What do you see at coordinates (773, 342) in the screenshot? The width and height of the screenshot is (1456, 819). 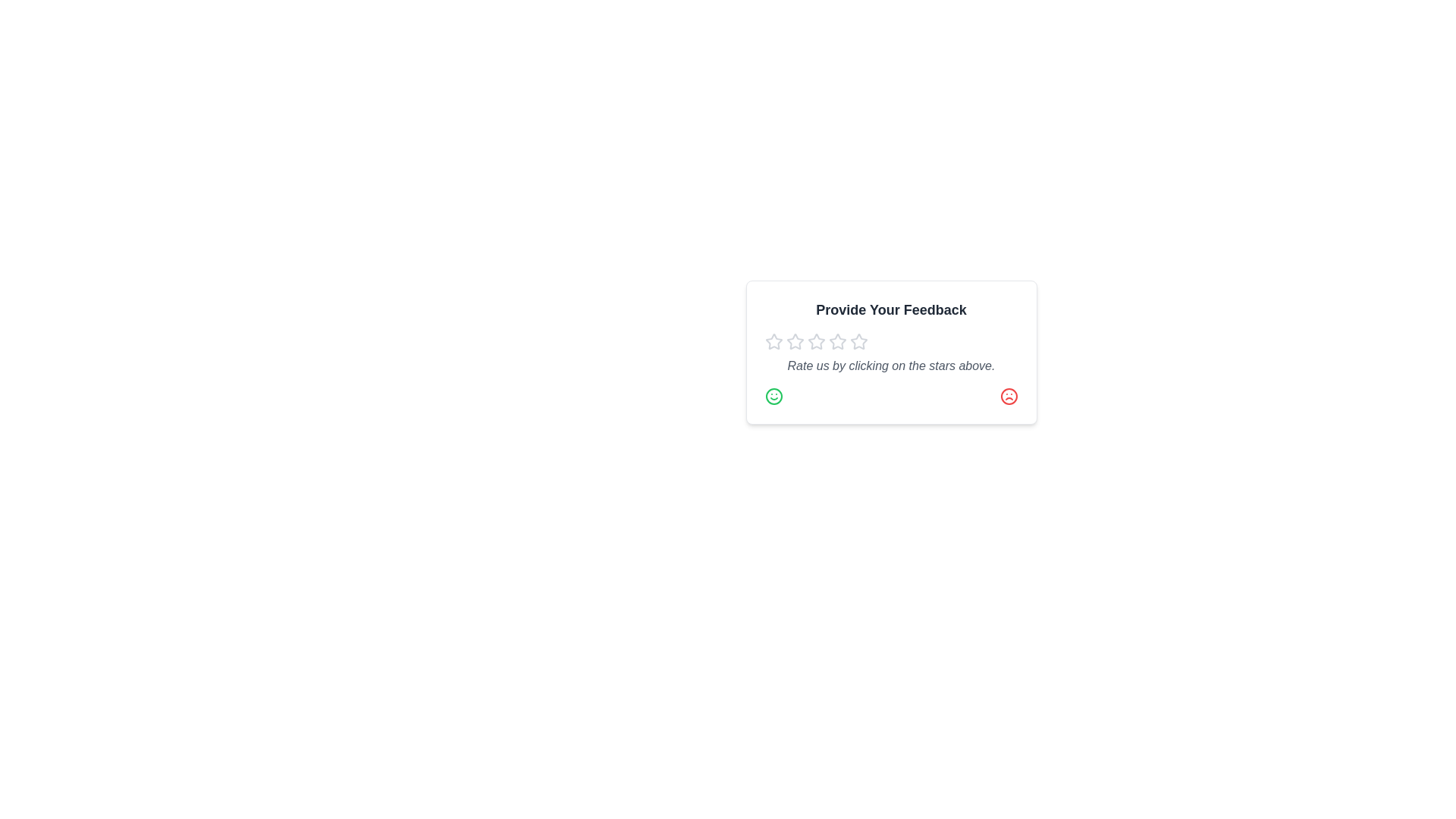 I see `the first Rating star icon located below the 'Provide Your Feedback' text` at bounding box center [773, 342].